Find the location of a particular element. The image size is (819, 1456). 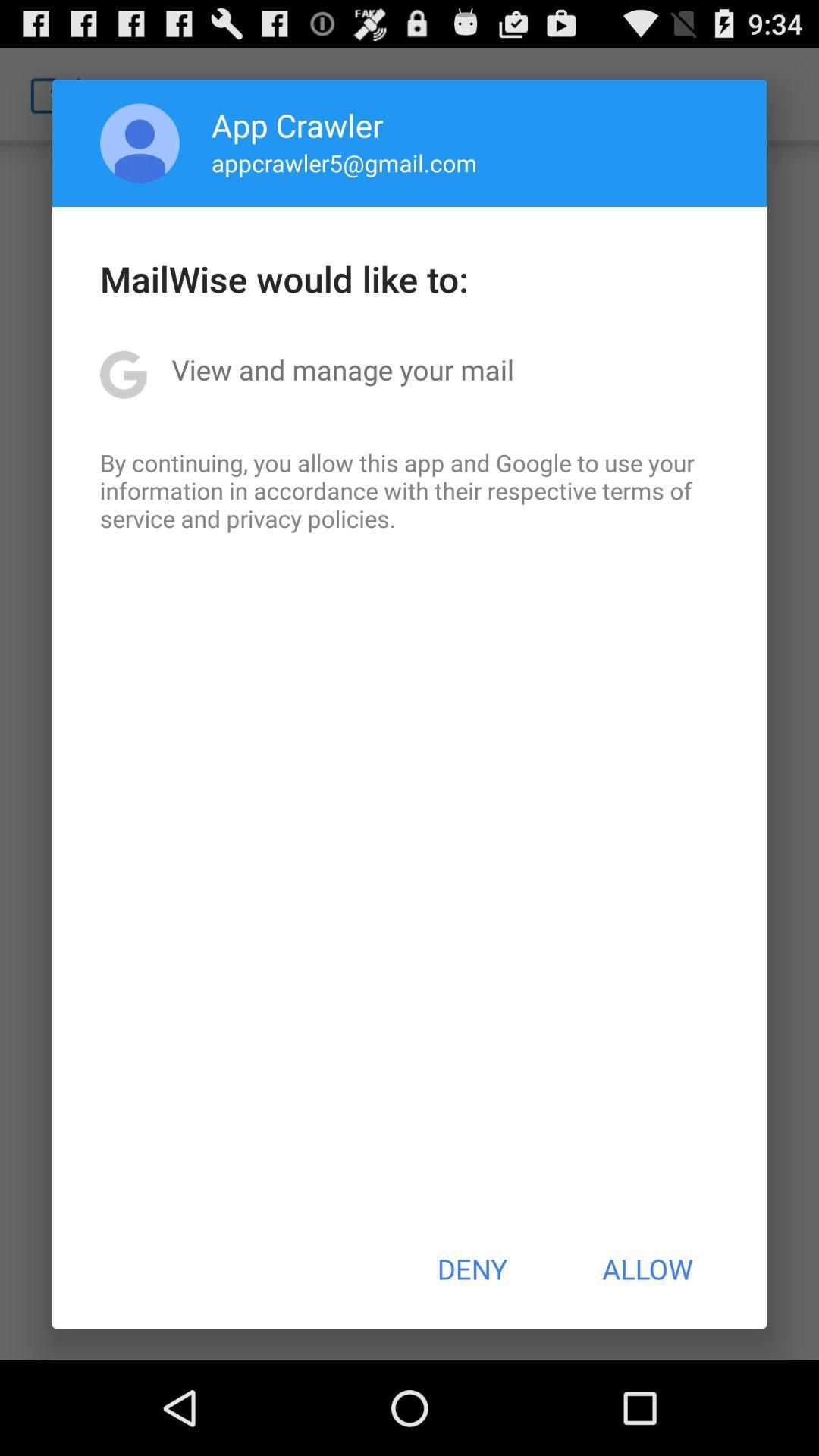

deny is located at coordinates (471, 1269).